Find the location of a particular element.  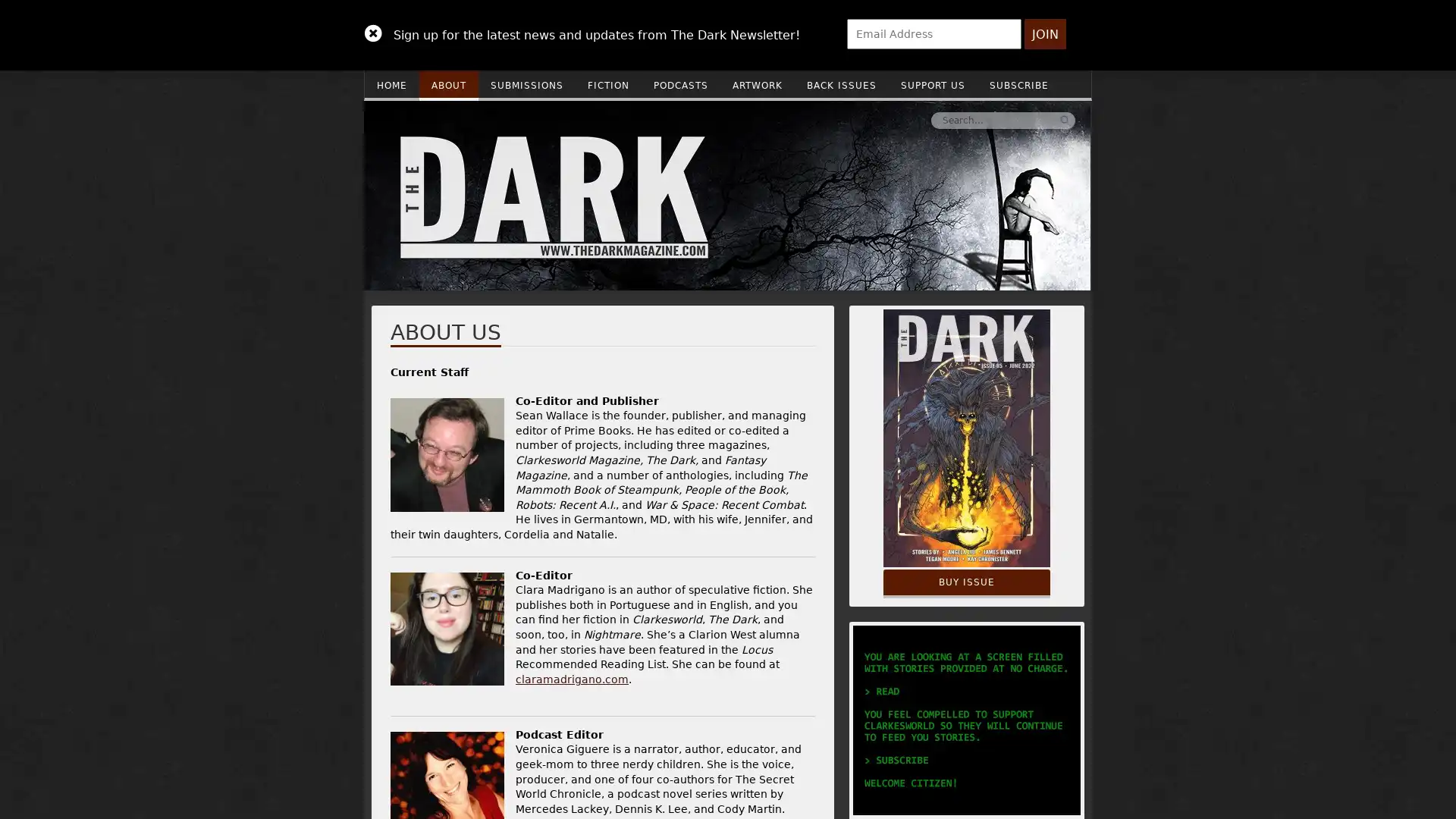

Search is located at coordinates (836, 119).